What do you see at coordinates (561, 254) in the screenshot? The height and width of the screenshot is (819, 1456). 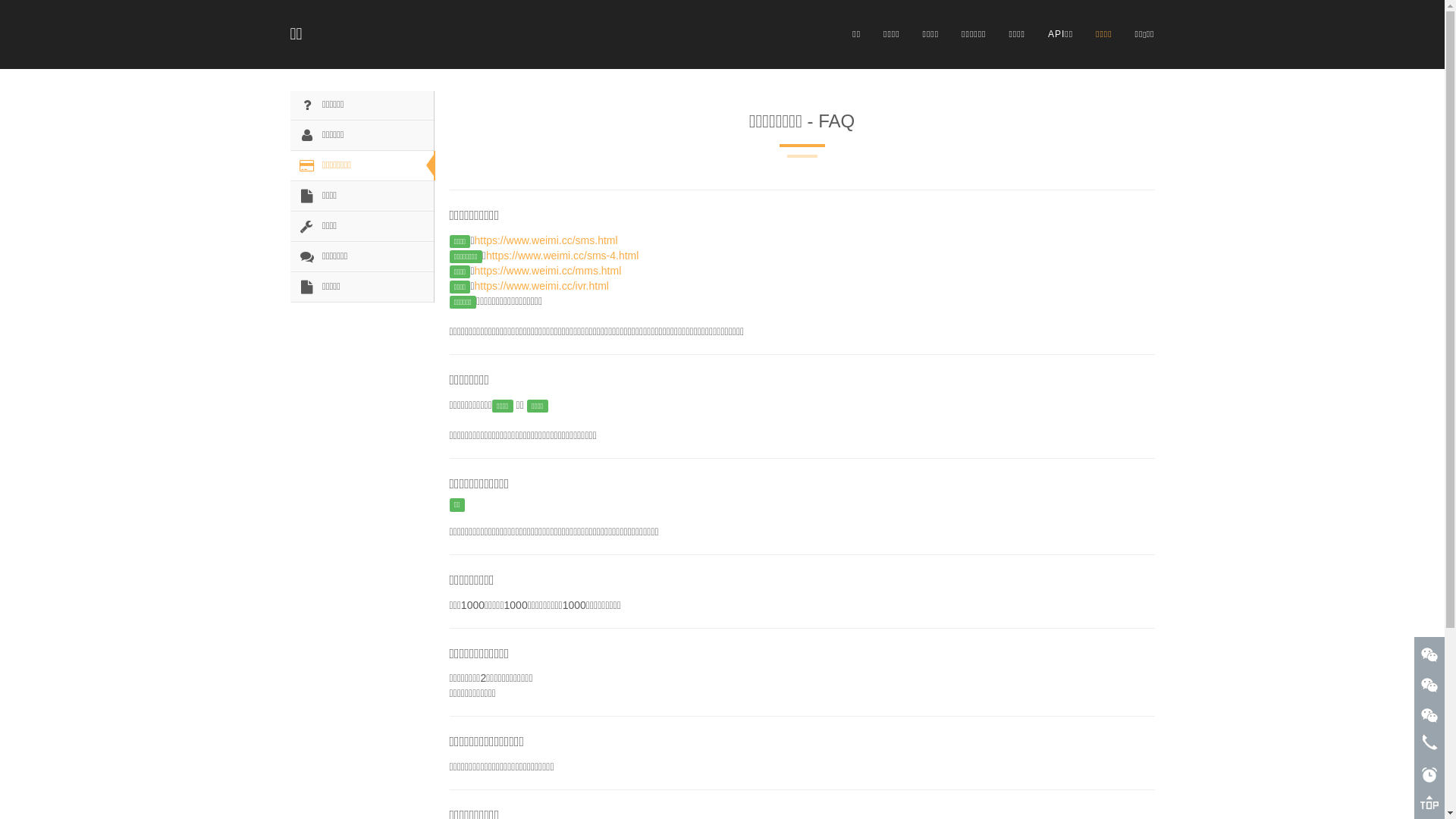 I see `'https://www.weimi.cc/sms-4.html'` at bounding box center [561, 254].